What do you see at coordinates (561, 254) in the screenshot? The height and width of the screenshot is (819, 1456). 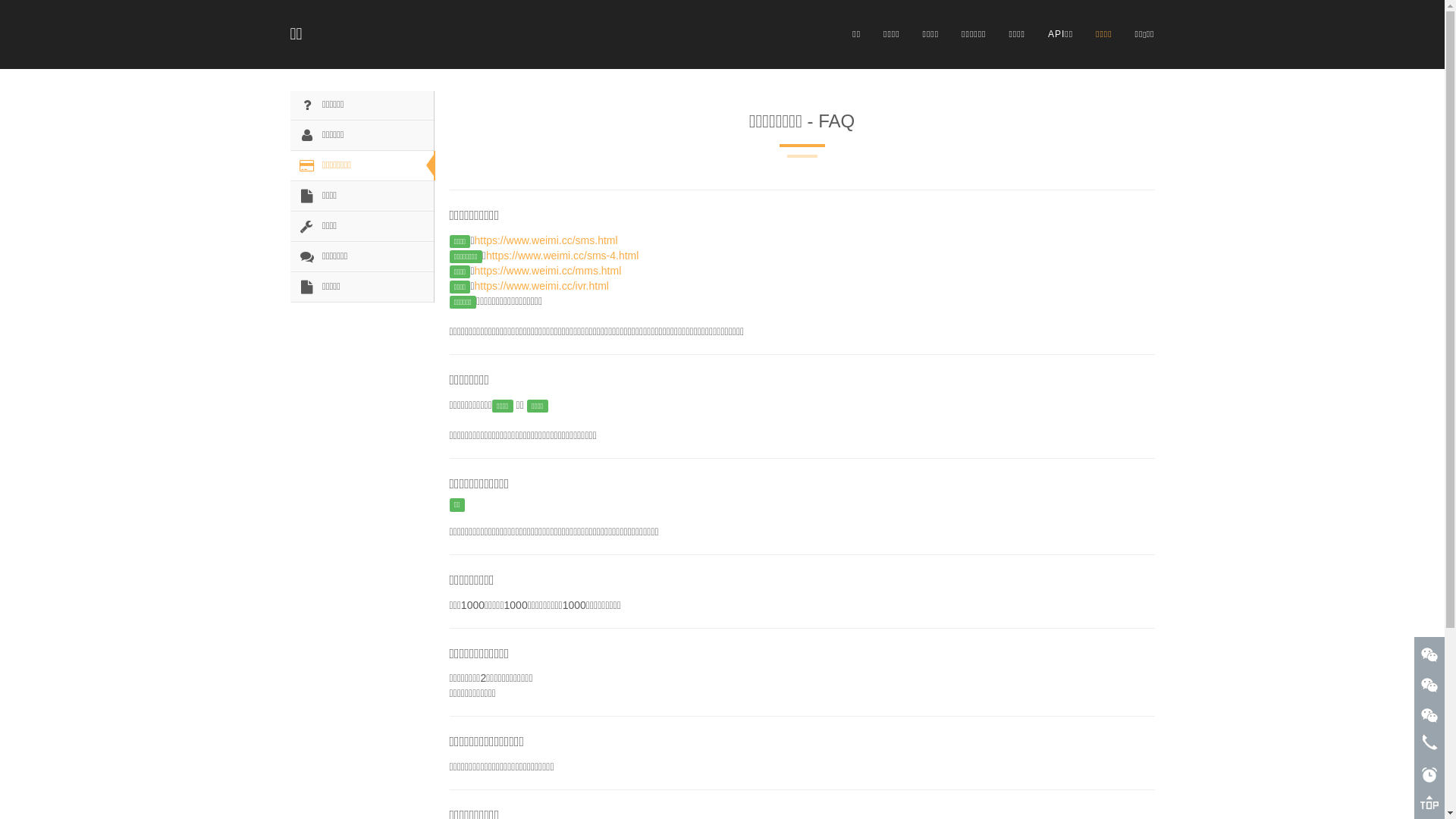 I see `'https://www.weimi.cc/sms-4.html'` at bounding box center [561, 254].